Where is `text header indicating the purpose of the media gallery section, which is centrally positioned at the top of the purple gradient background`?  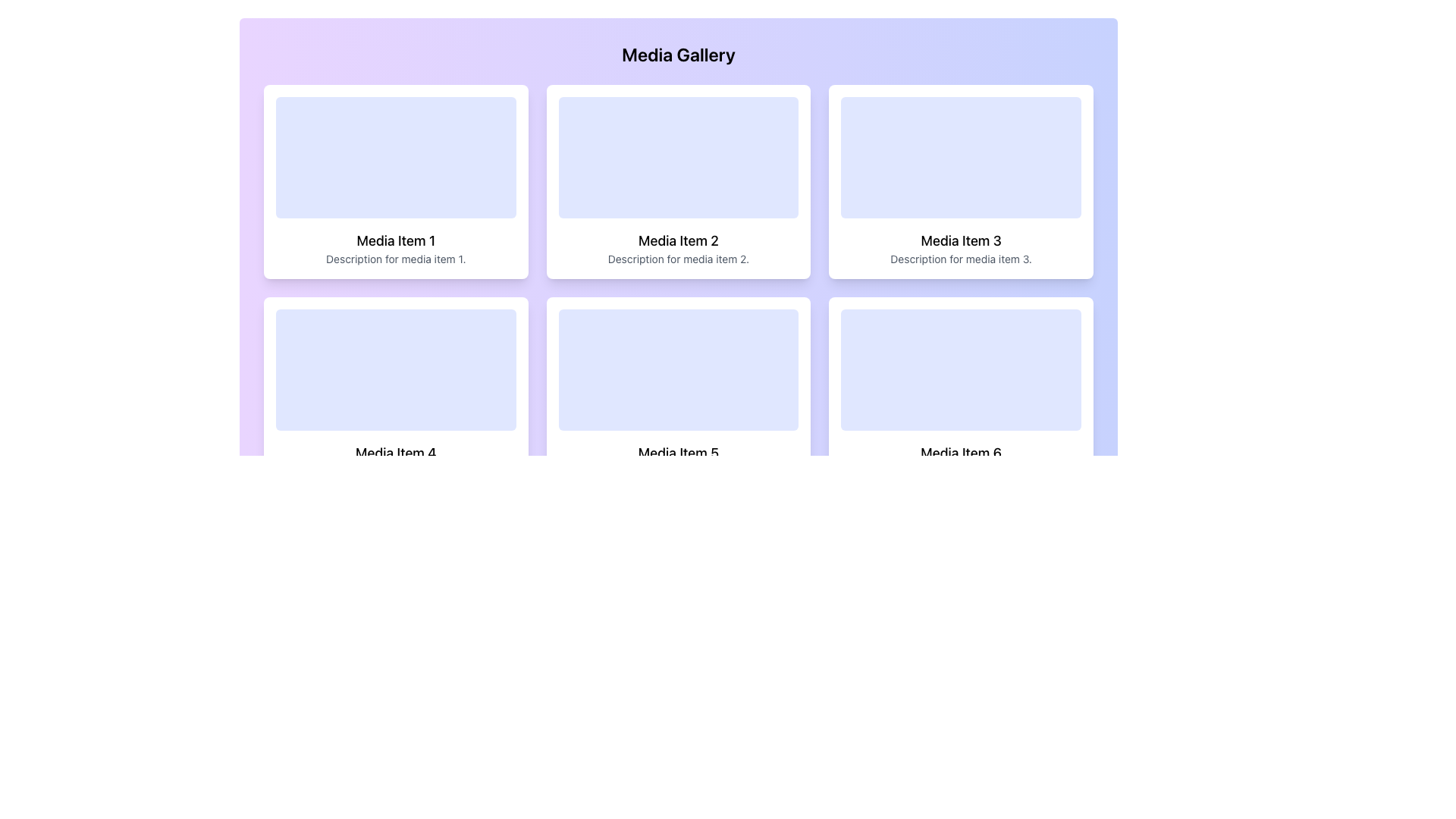 text header indicating the purpose of the media gallery section, which is centrally positioned at the top of the purple gradient background is located at coordinates (677, 54).